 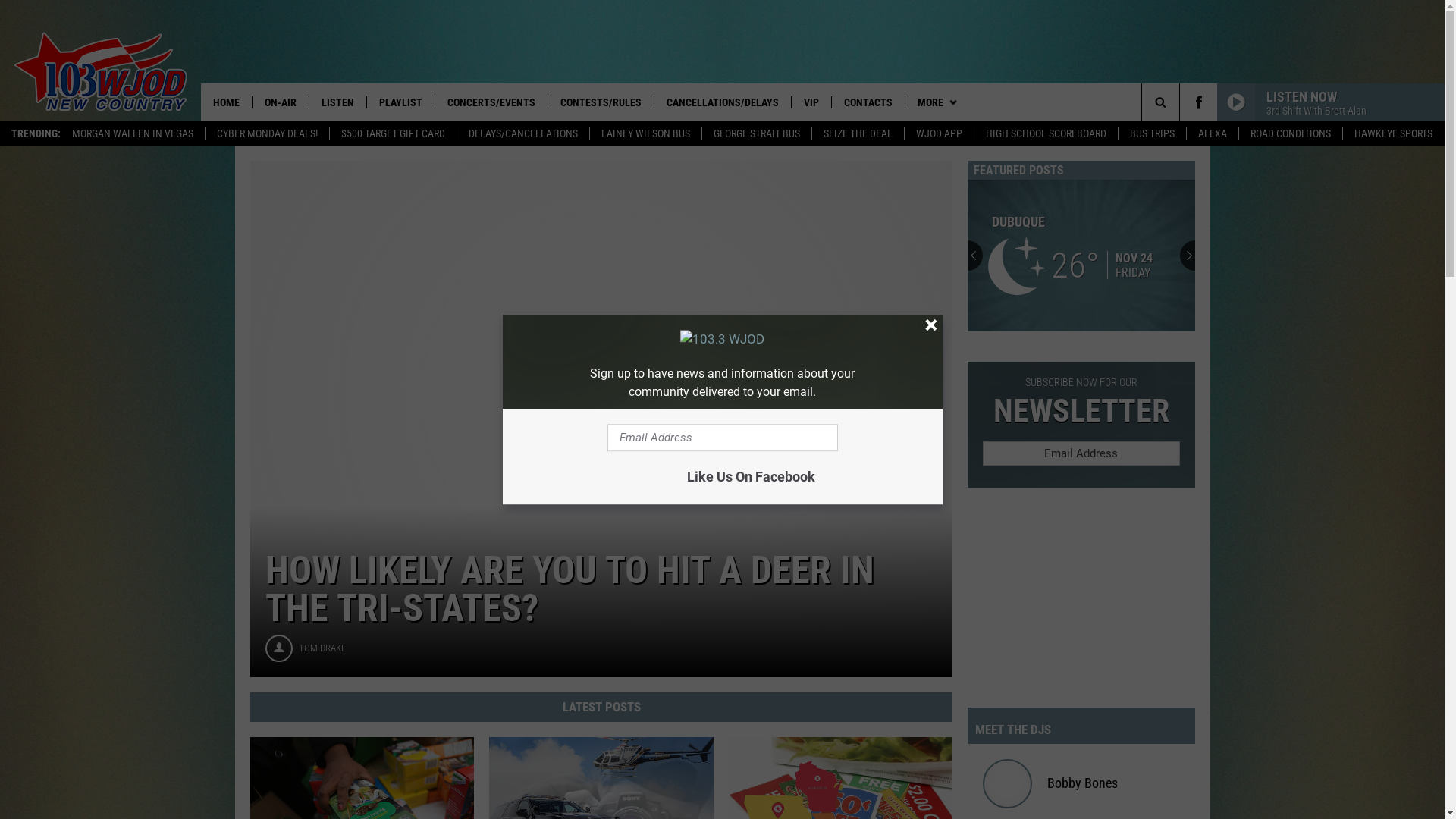 I want to click on 'LAINEY WILSON BUS', so click(x=645, y=133).